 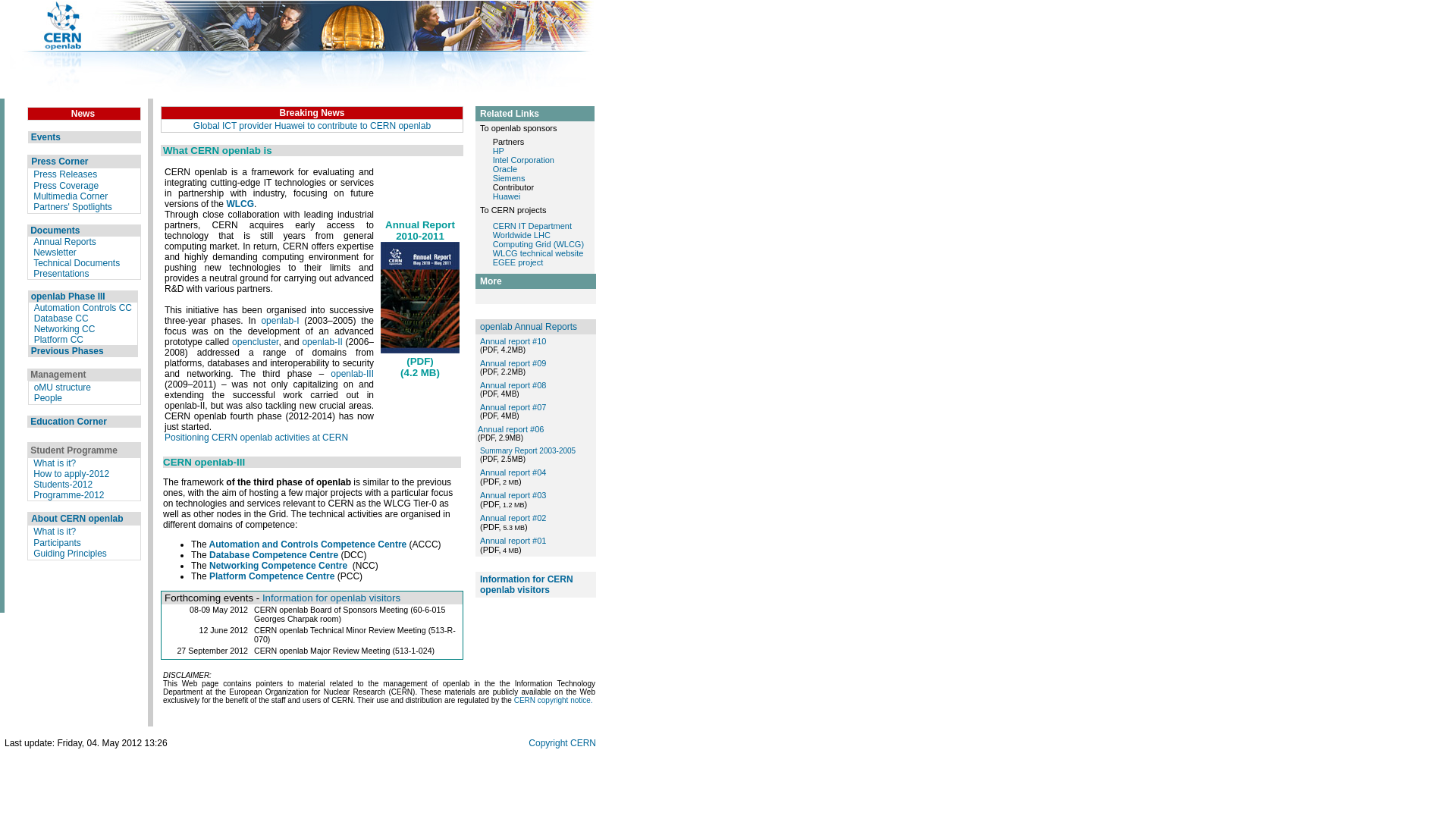 What do you see at coordinates (513, 362) in the screenshot?
I see `'Annual report #09'` at bounding box center [513, 362].